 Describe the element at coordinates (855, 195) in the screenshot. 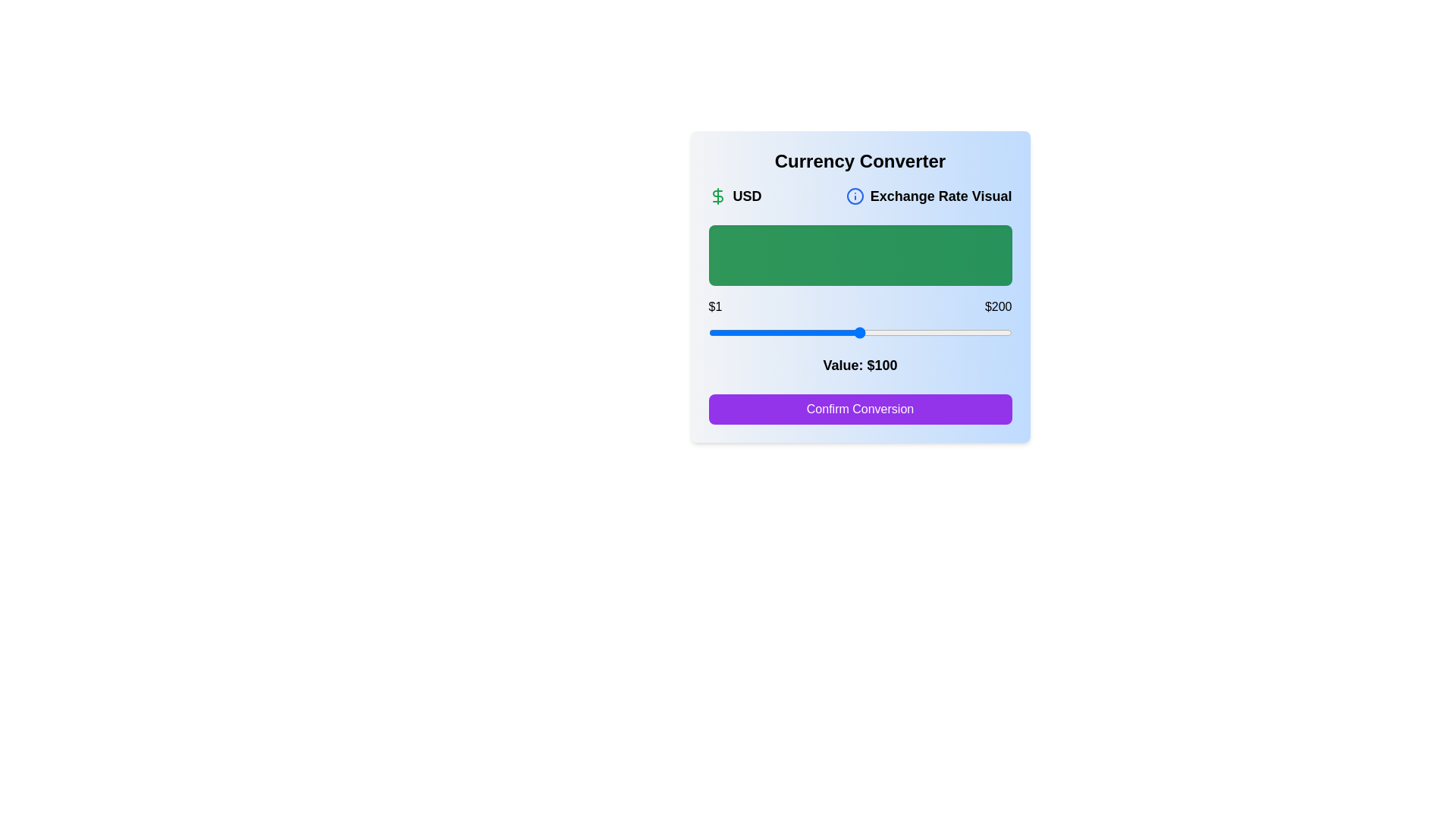

I see `the informational icon to display the tooltip about the exchange rate visual` at that location.